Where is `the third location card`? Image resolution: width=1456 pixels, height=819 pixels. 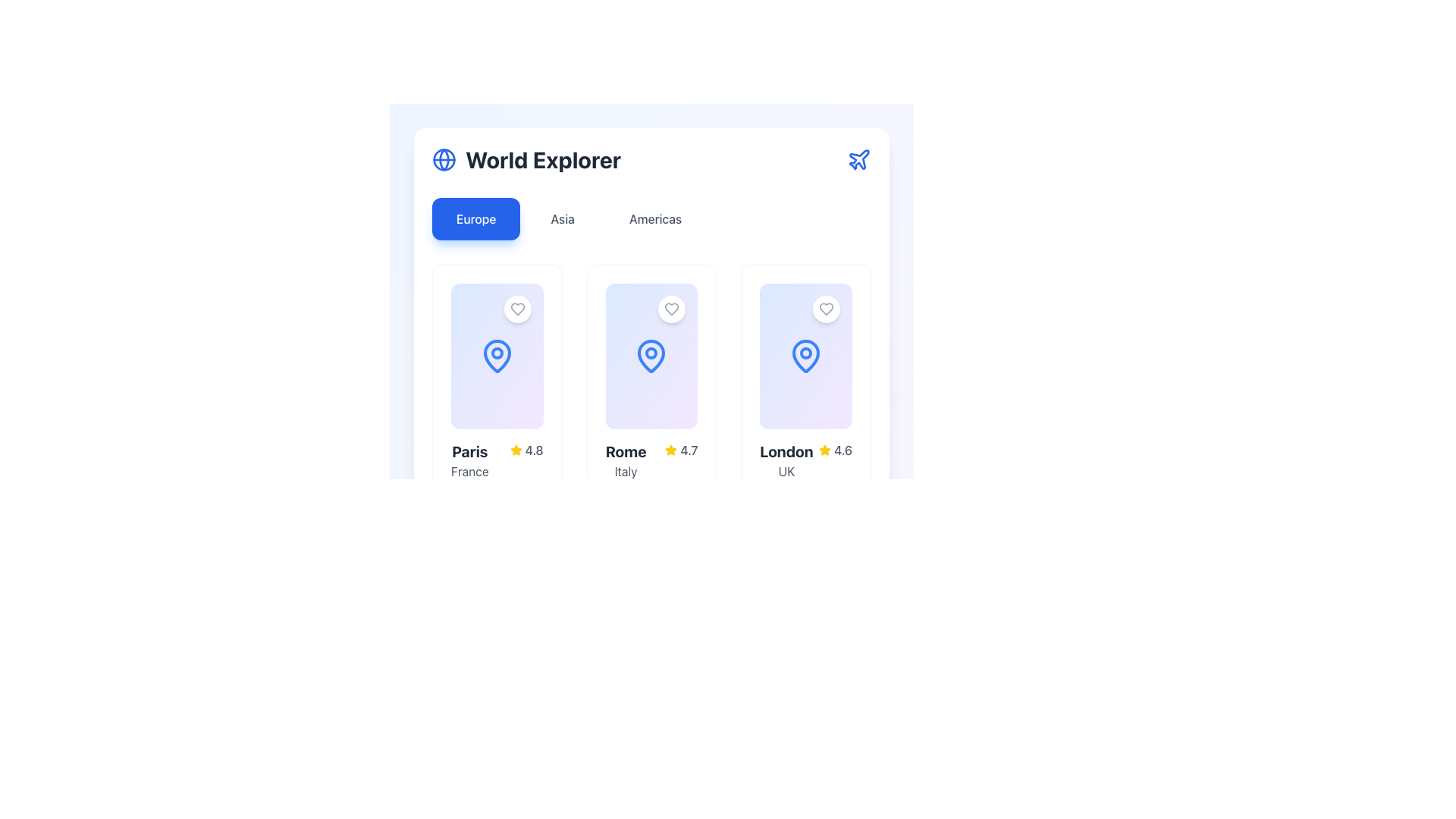
the third location card is located at coordinates (805, 356).